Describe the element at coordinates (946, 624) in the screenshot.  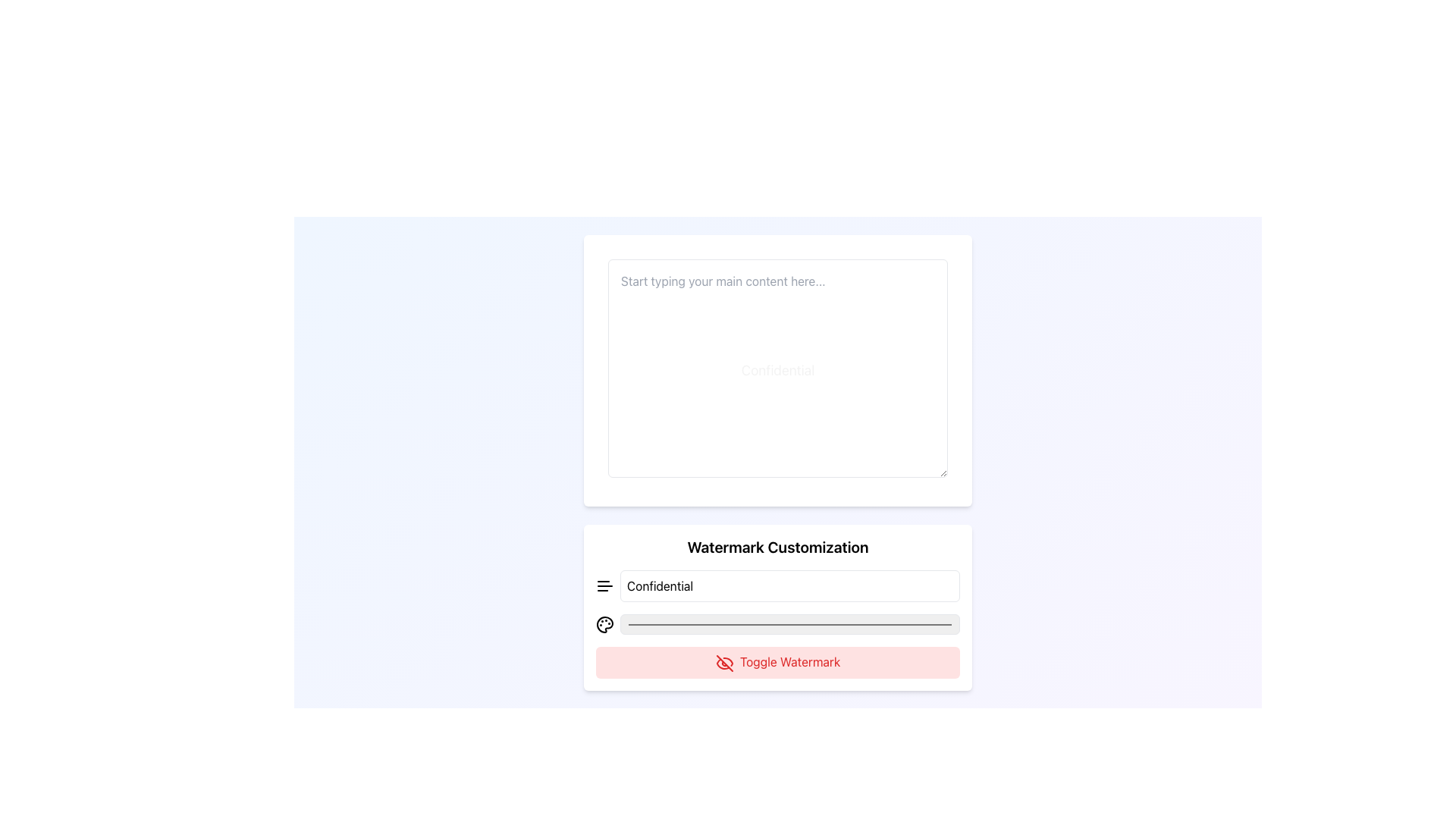
I see `the color slider` at that location.